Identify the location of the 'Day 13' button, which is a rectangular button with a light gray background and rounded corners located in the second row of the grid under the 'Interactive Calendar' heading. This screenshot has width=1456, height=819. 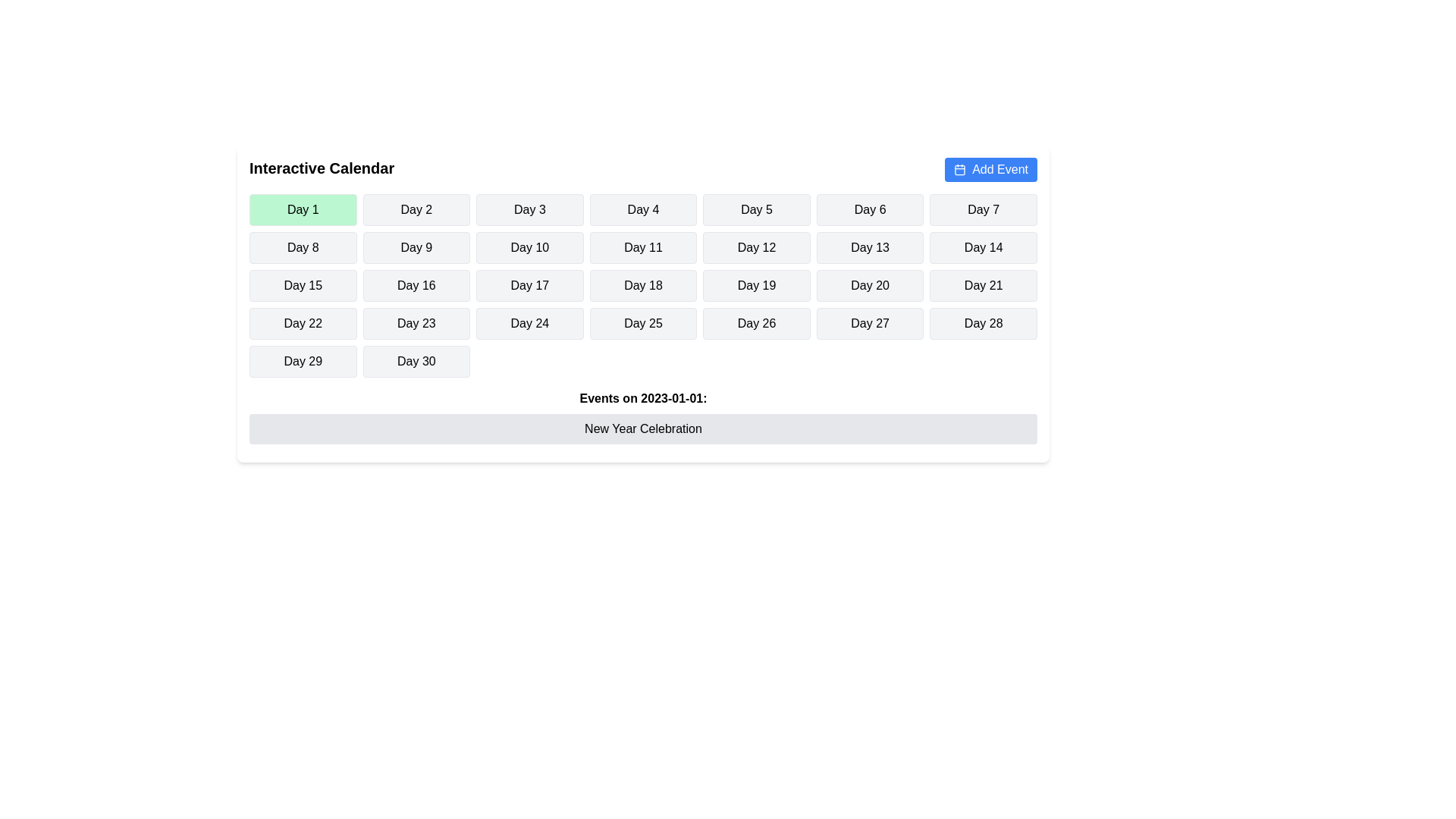
(870, 247).